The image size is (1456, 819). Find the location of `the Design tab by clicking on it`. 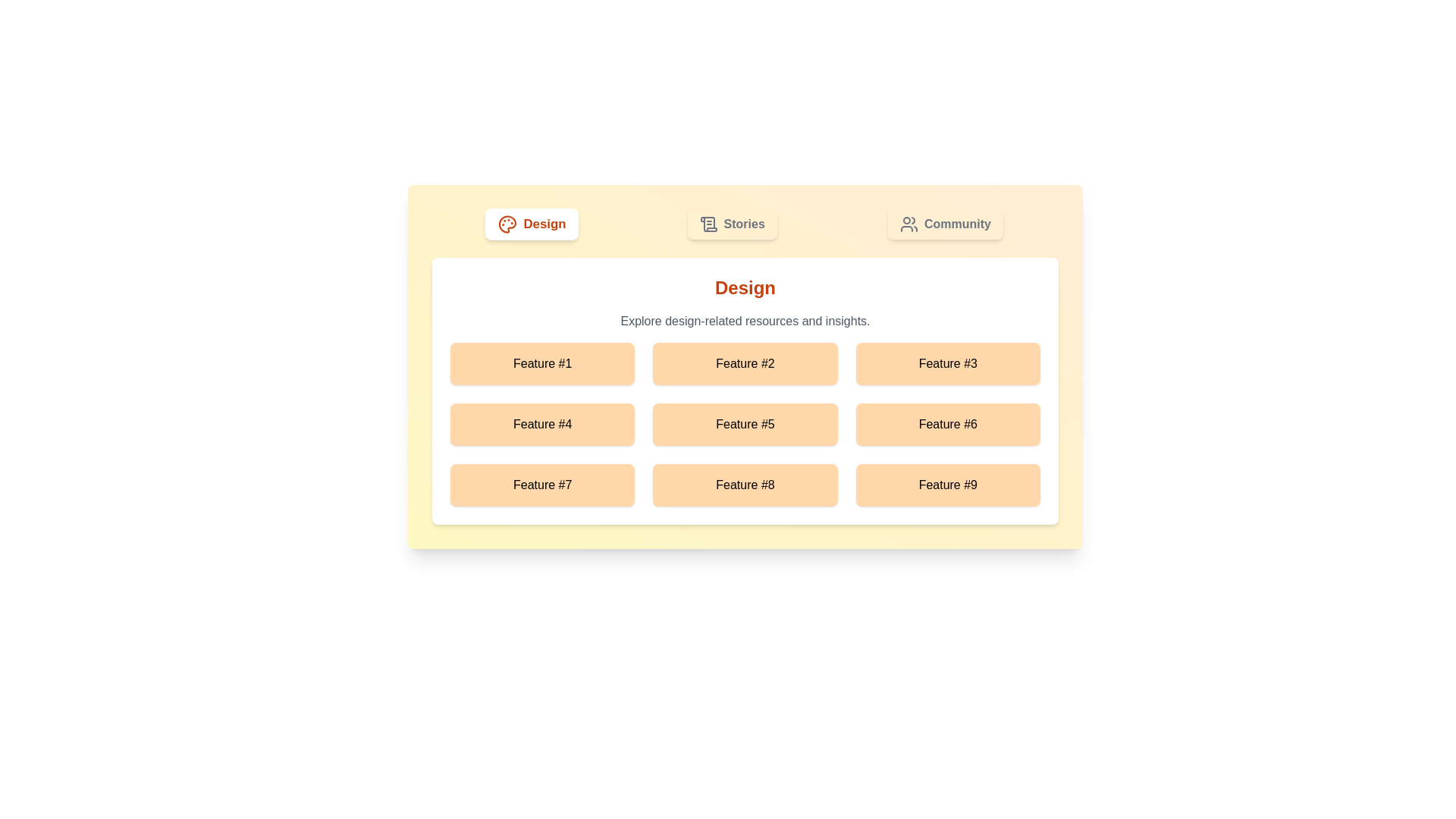

the Design tab by clicking on it is located at coordinates (532, 224).